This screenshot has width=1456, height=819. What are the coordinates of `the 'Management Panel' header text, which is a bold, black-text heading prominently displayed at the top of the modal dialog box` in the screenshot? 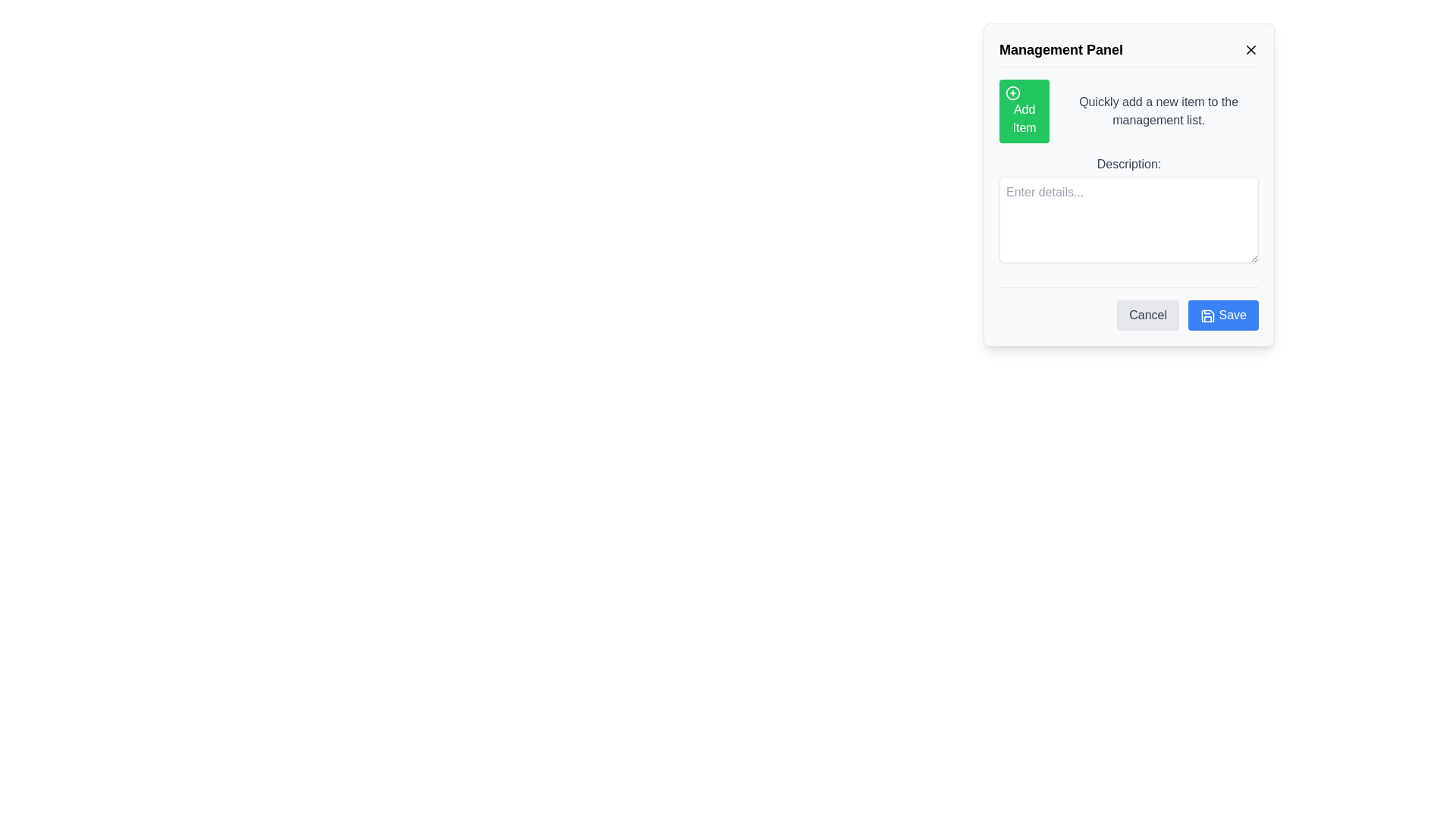 It's located at (1060, 49).